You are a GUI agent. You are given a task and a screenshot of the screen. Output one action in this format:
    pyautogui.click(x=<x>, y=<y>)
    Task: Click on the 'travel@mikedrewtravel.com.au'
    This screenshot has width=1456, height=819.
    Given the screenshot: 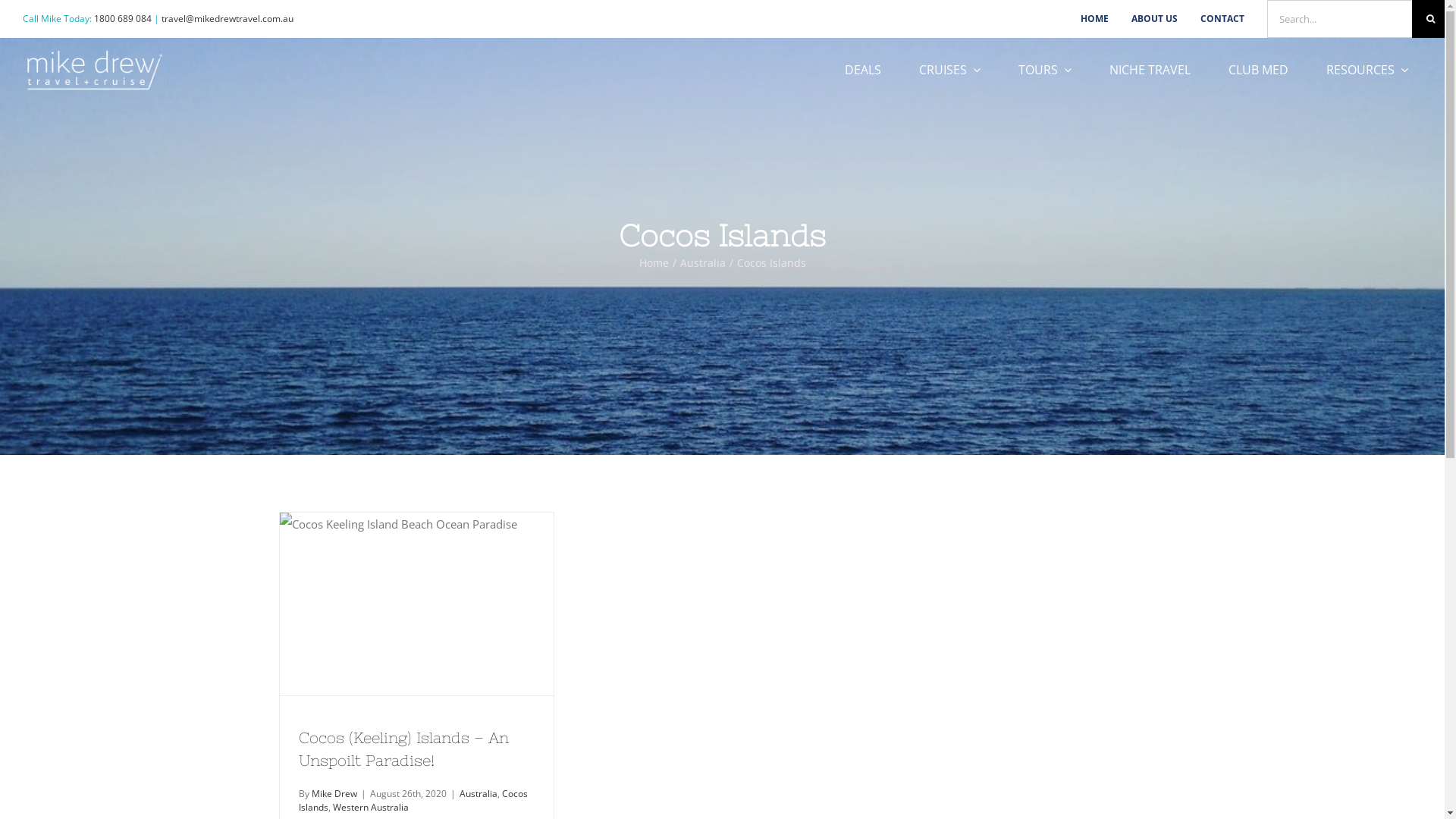 What is the action you would take?
    pyautogui.click(x=161, y=18)
    